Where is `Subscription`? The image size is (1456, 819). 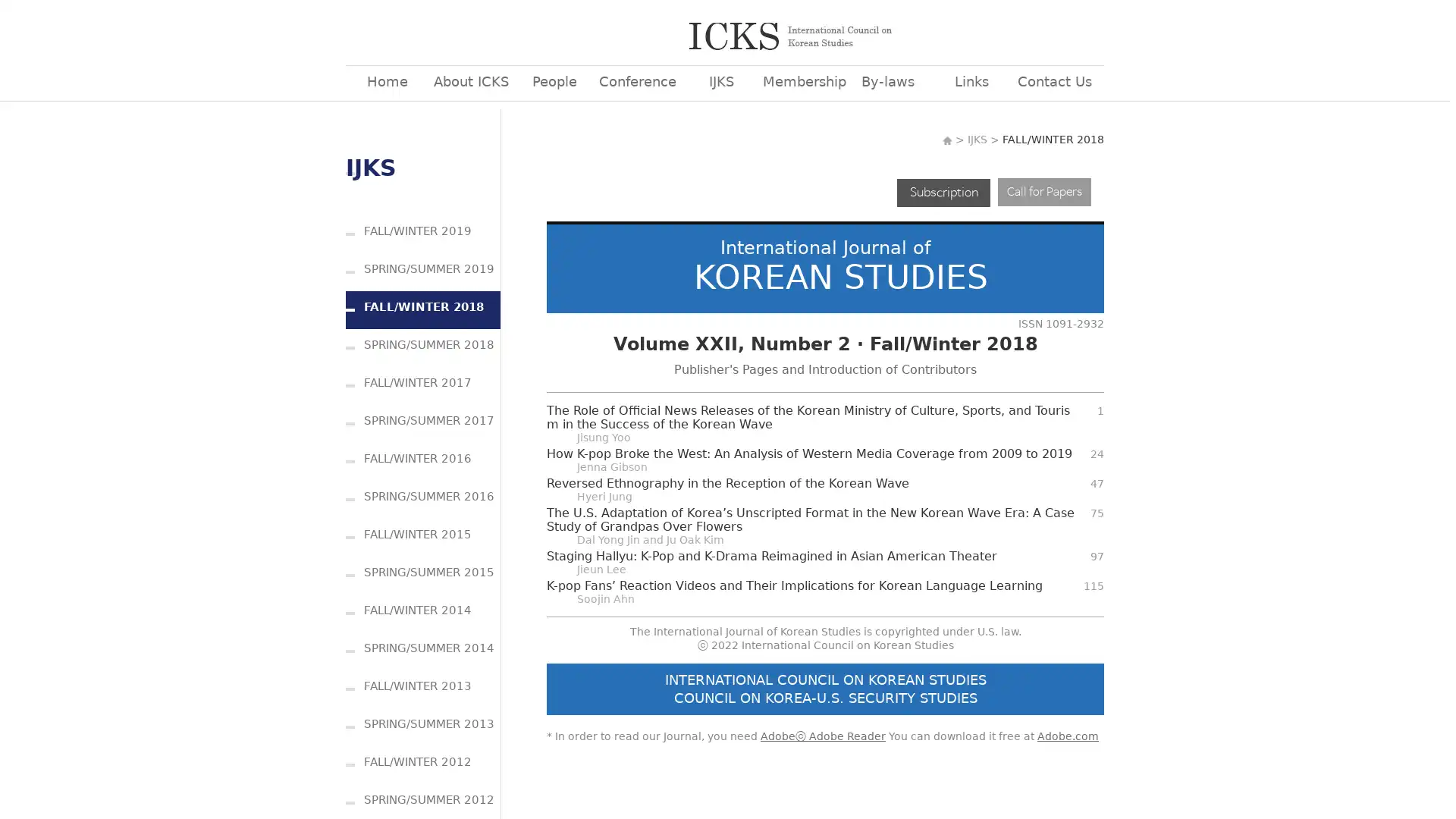 Subscription is located at coordinates (943, 191).